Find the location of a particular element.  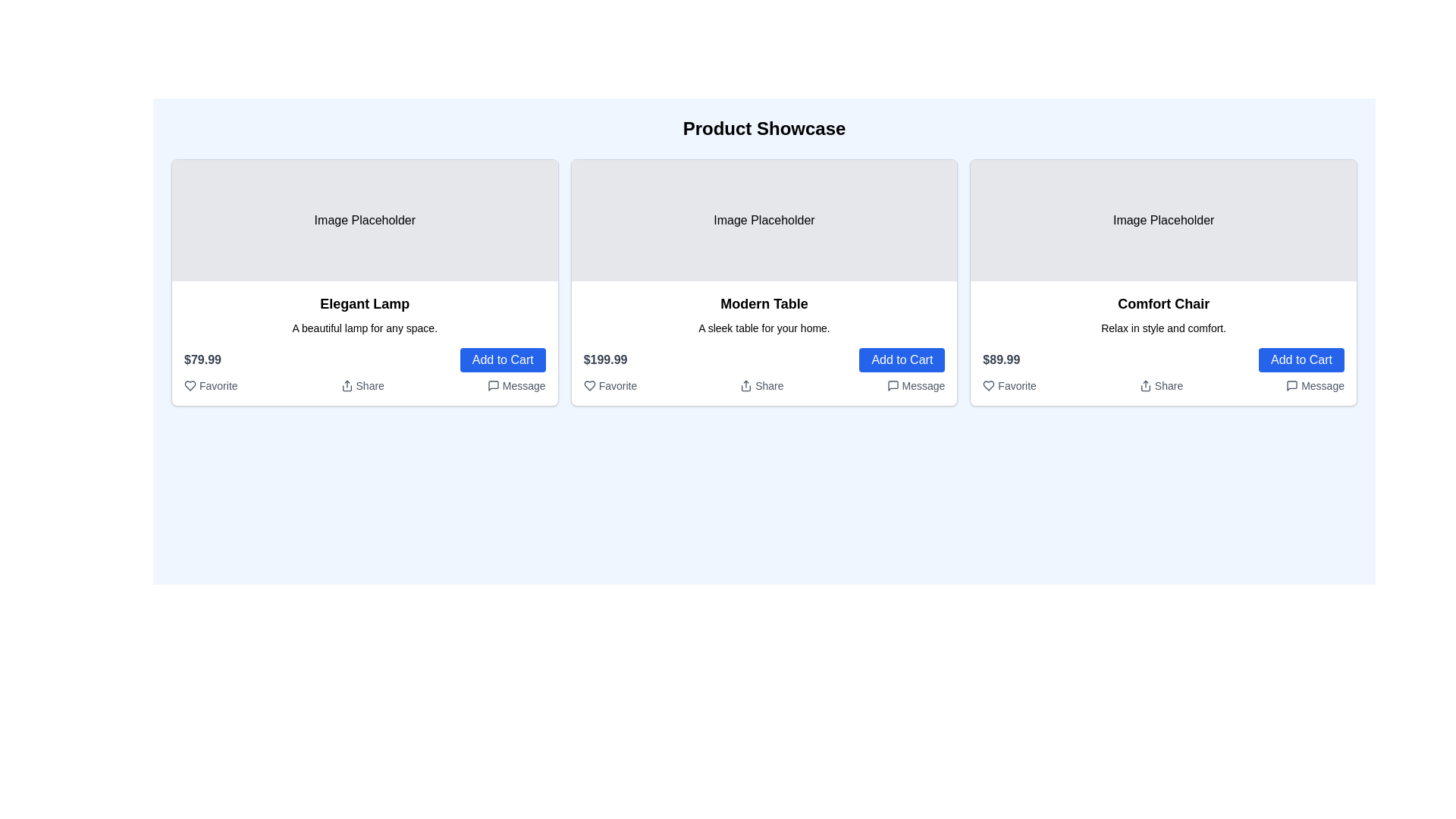

the share icon, which features an upward arrow emerging from a box, located to the left of the 'Share' text in the 'Elegant Lamp' actions is located at coordinates (345, 385).